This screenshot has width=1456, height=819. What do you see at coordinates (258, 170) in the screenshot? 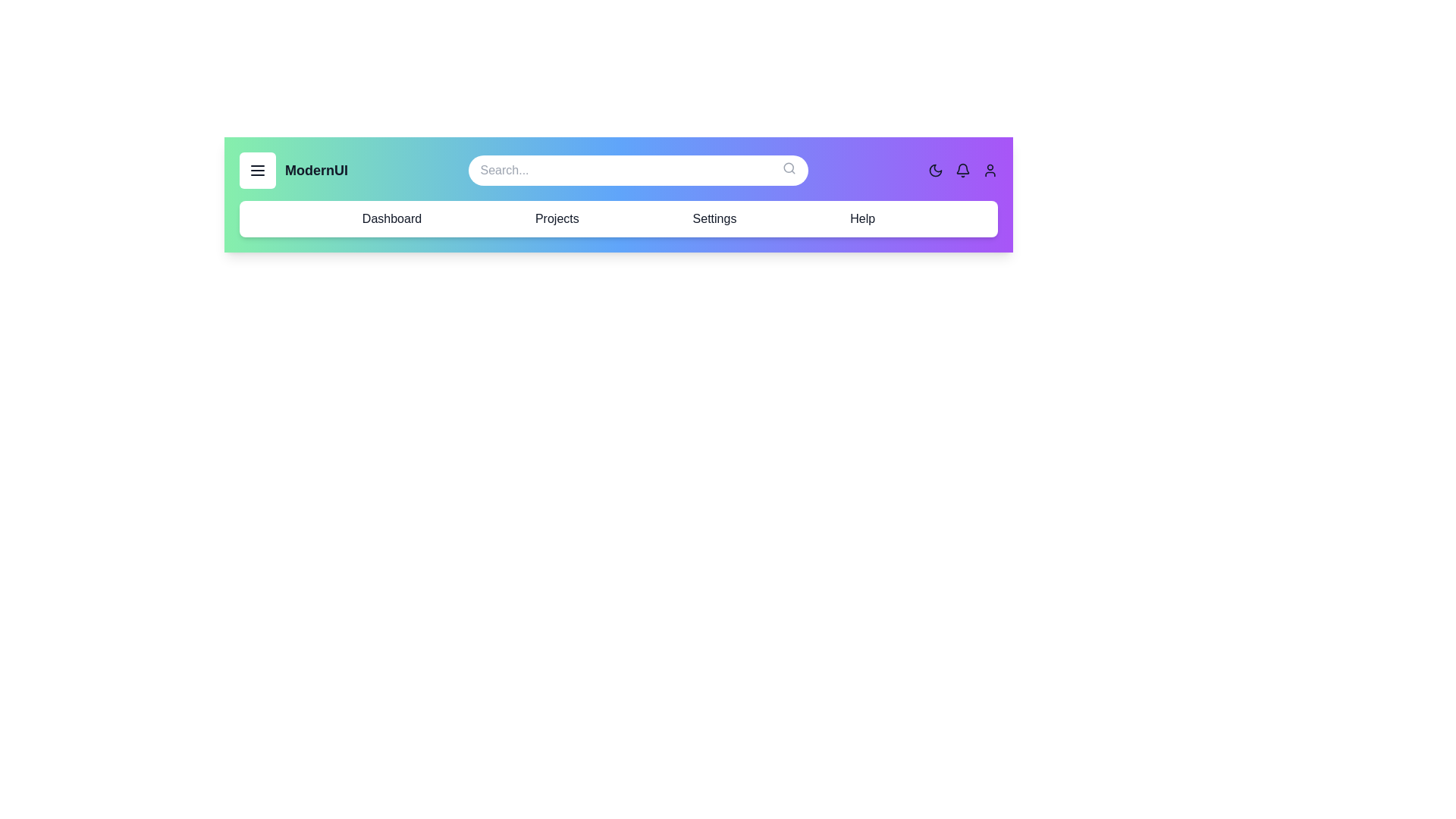
I see `the menu button to toggle the menu visibility` at bounding box center [258, 170].